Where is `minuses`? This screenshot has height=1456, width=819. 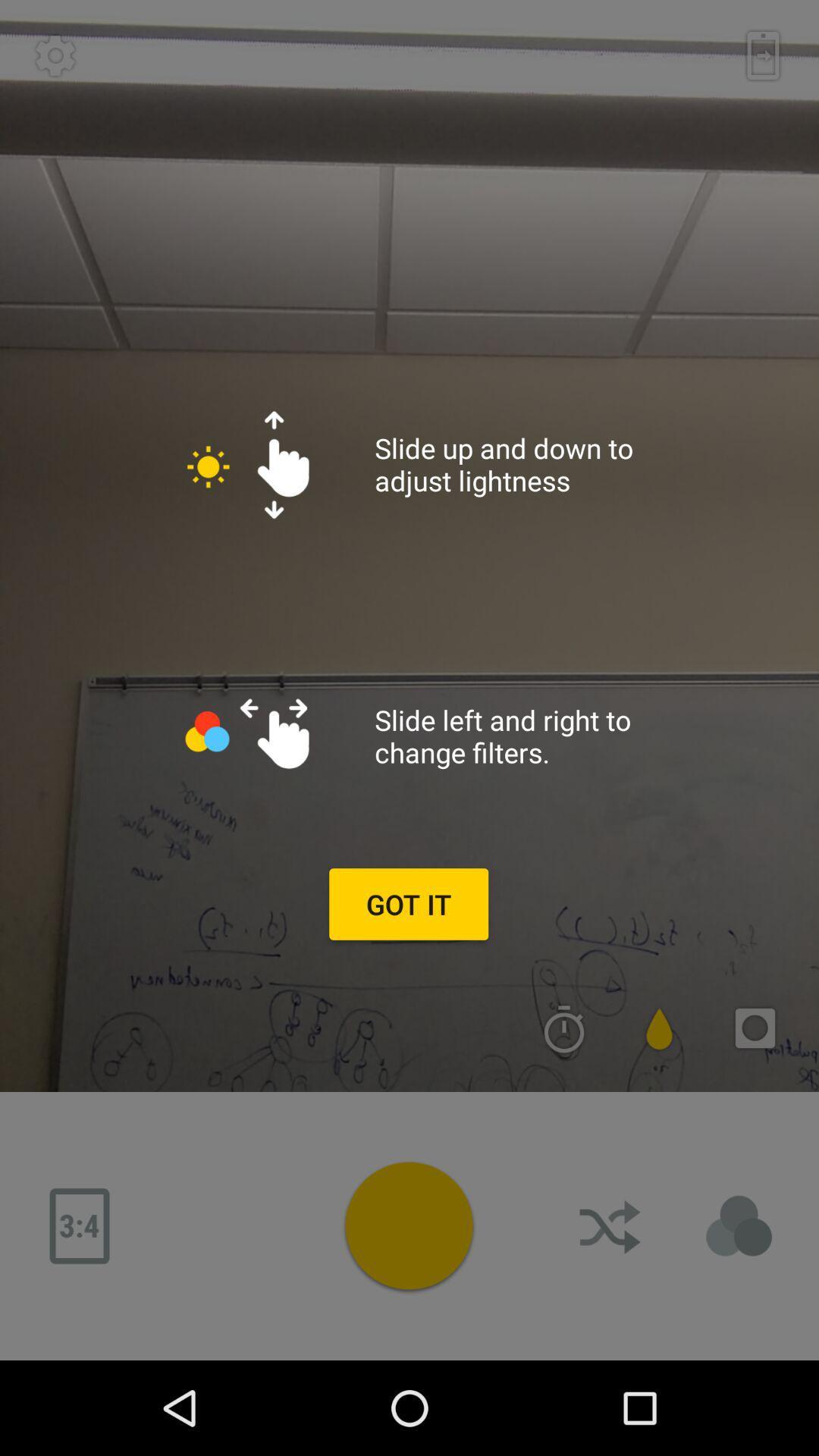 minuses is located at coordinates (79, 1226).